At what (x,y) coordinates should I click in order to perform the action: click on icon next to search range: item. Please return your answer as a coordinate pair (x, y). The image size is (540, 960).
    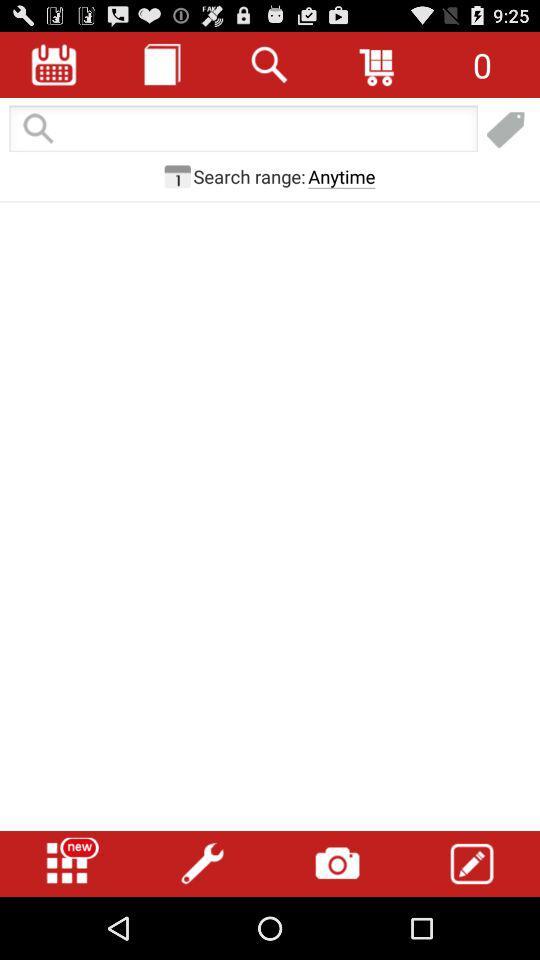
    Looking at the image, I should click on (340, 175).